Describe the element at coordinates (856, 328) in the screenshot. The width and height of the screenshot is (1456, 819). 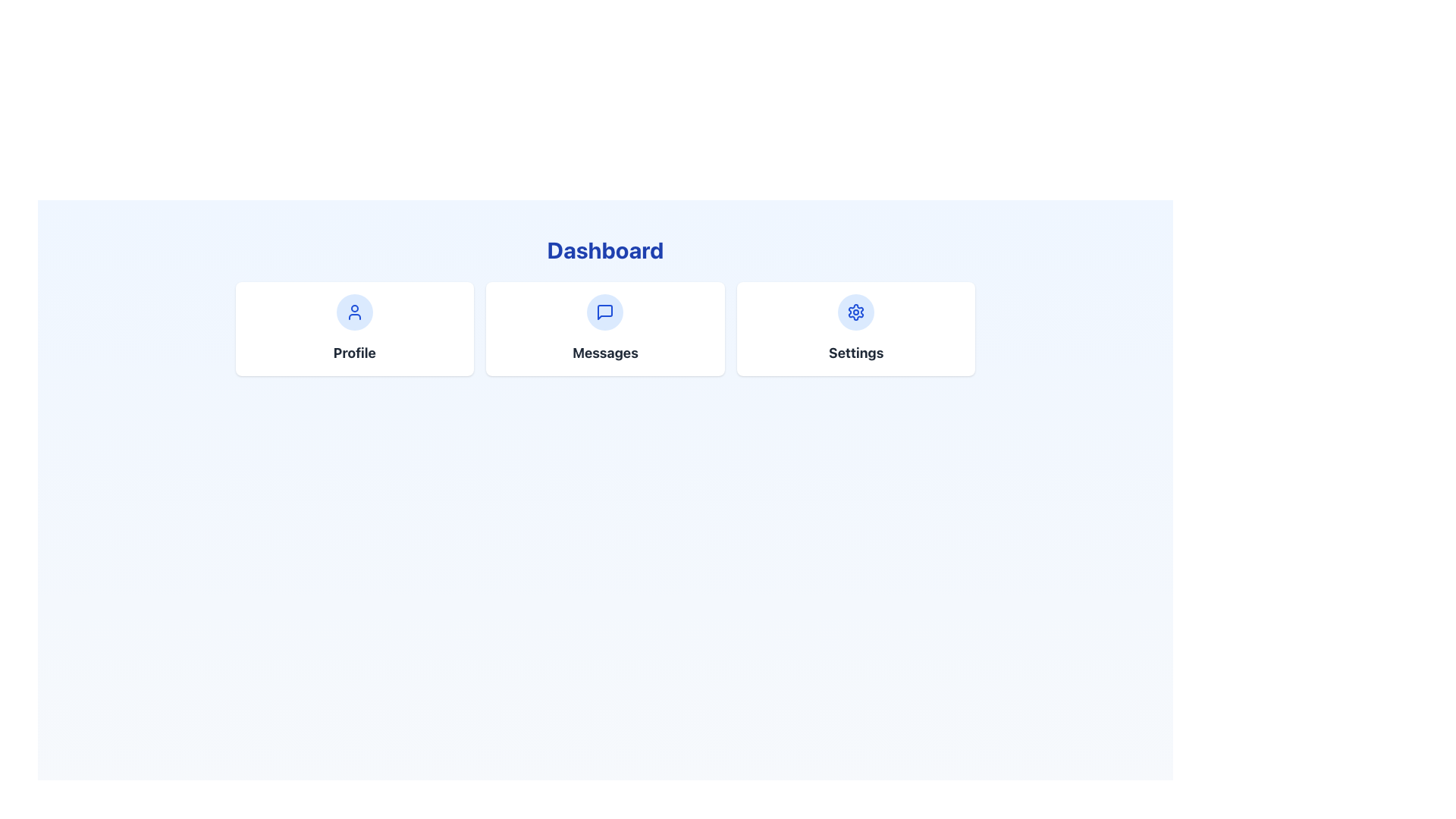
I see `the navigation button located in the rightmost section of the three-column grid layout` at that location.